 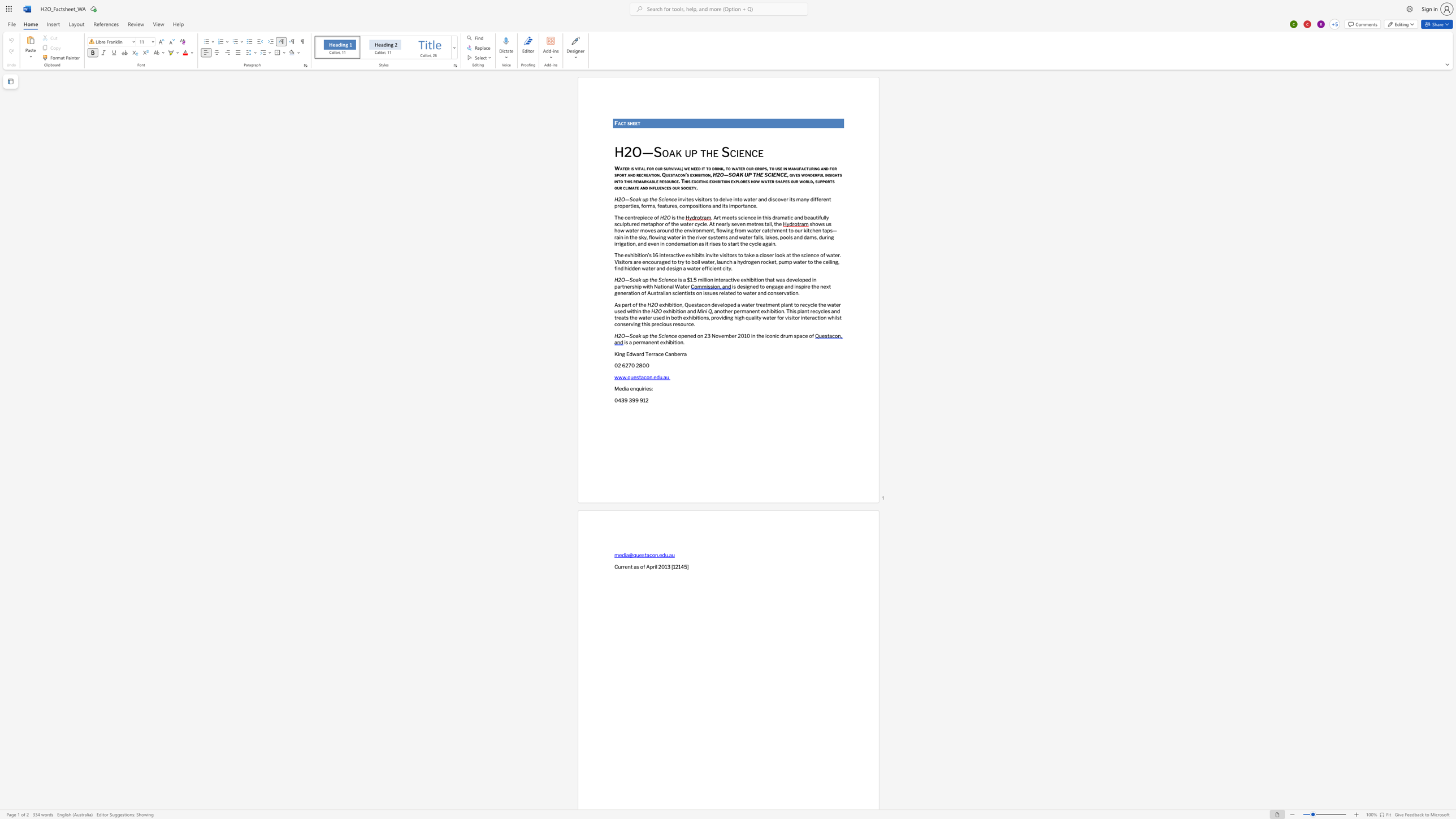 I want to click on the 1th character "t" in the text, so click(x=625, y=123).